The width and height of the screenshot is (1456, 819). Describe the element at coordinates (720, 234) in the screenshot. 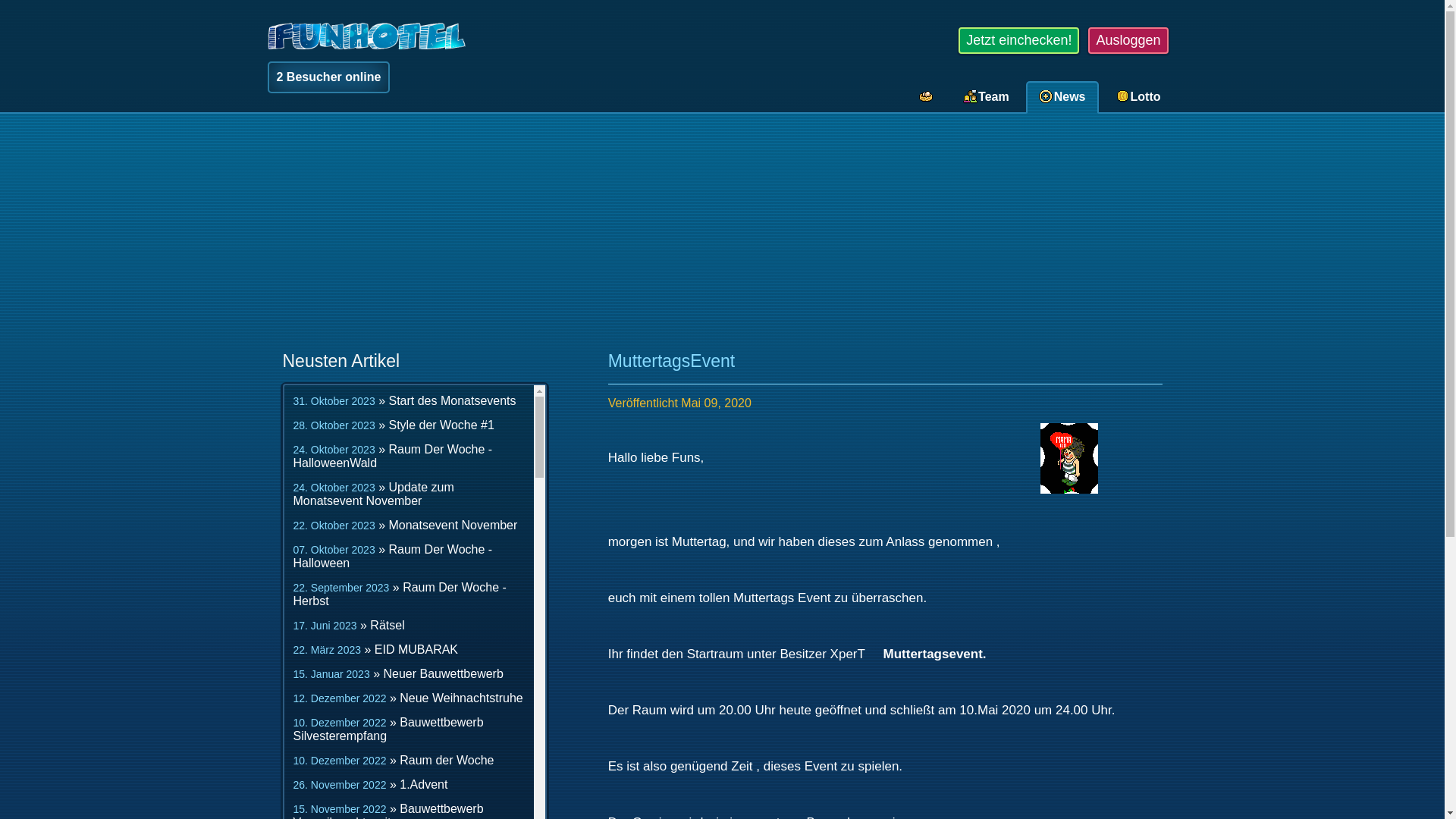

I see `'Advertisement'` at that location.